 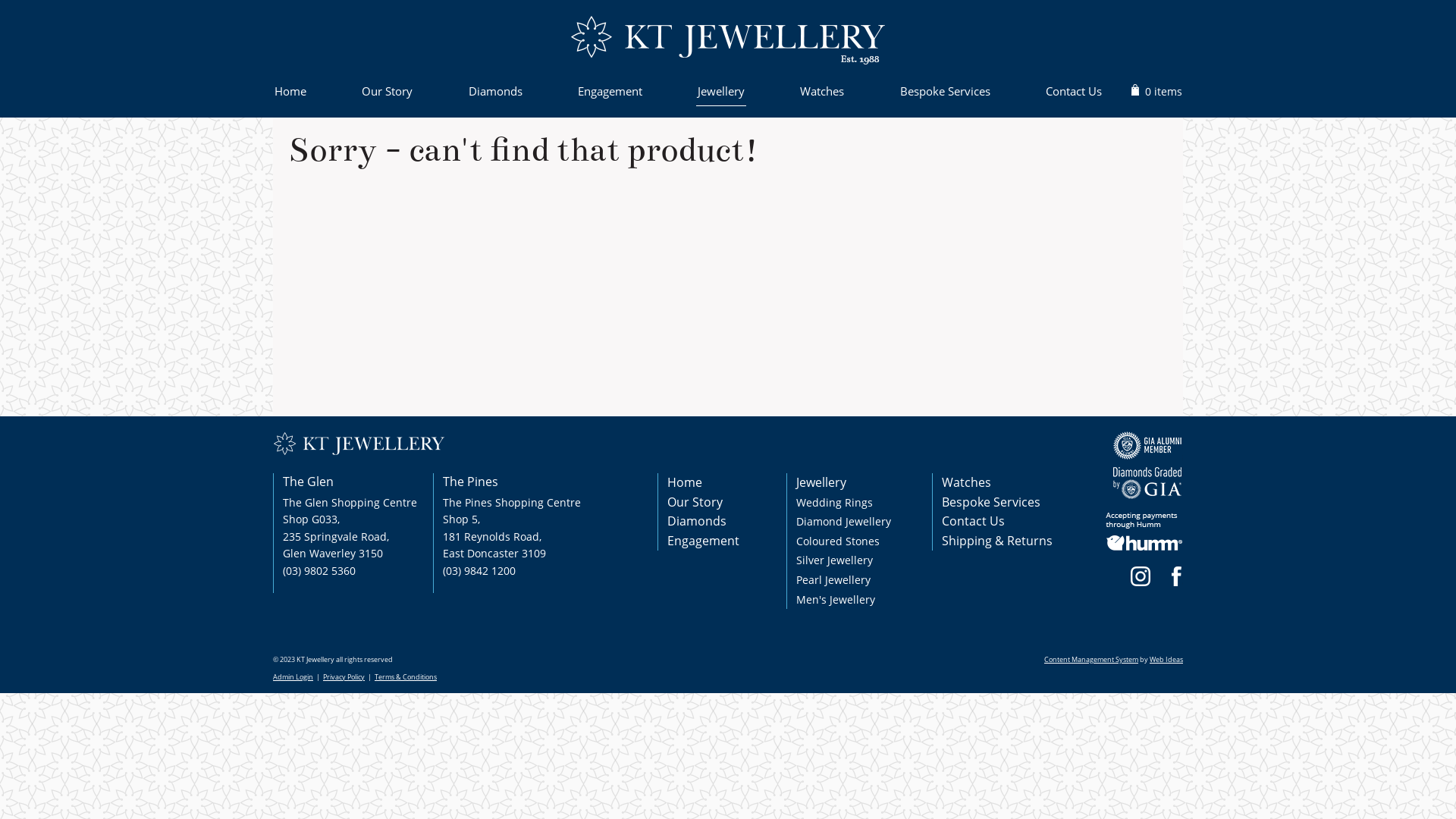 I want to click on 'Web Ideas', so click(x=1165, y=658).